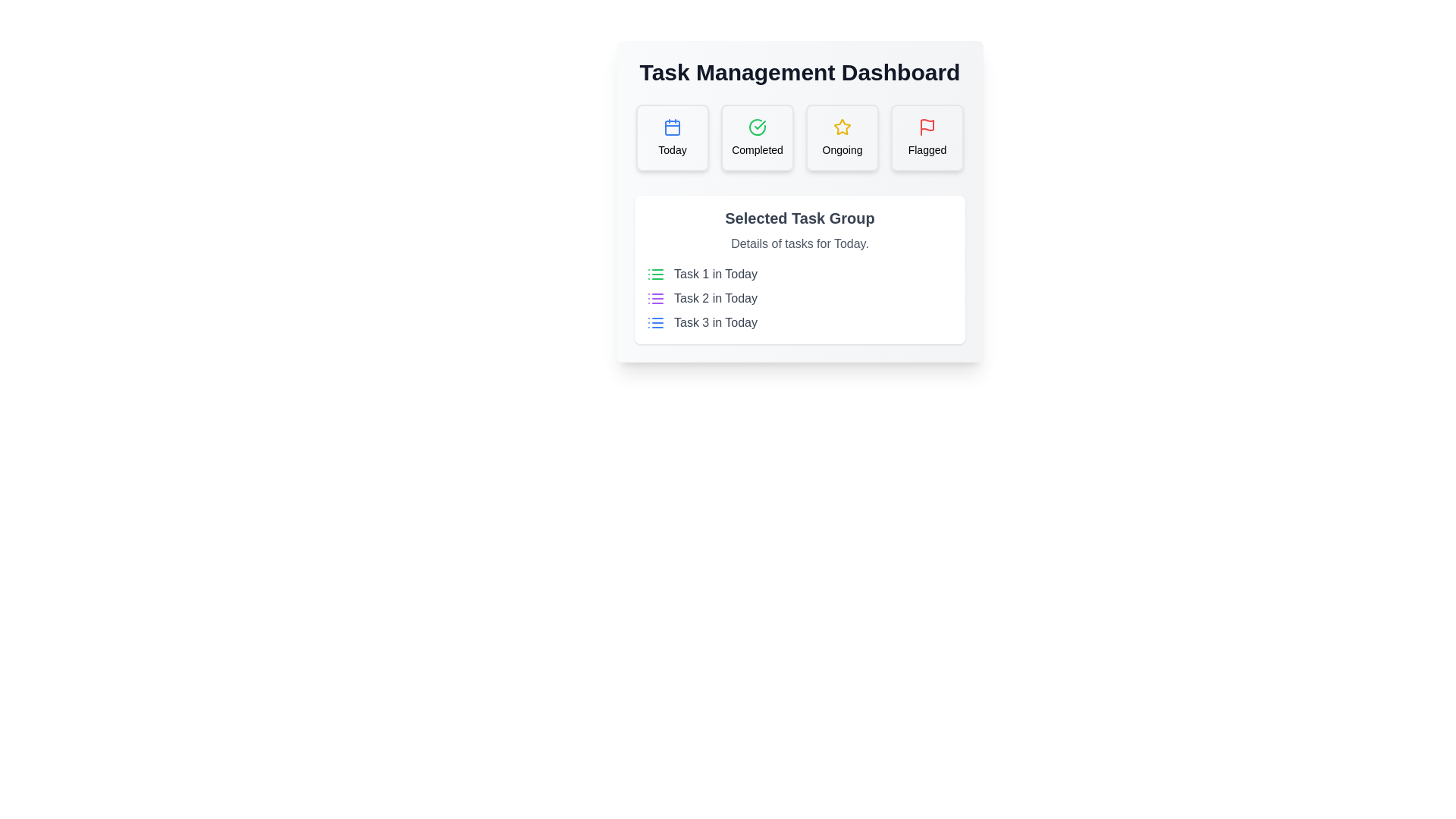  What do you see at coordinates (927, 127) in the screenshot?
I see `the 'Flagged' task group icon located at the top-center area of the 'Flagged' card beneath the 'Task Management Dashboard' header` at bounding box center [927, 127].